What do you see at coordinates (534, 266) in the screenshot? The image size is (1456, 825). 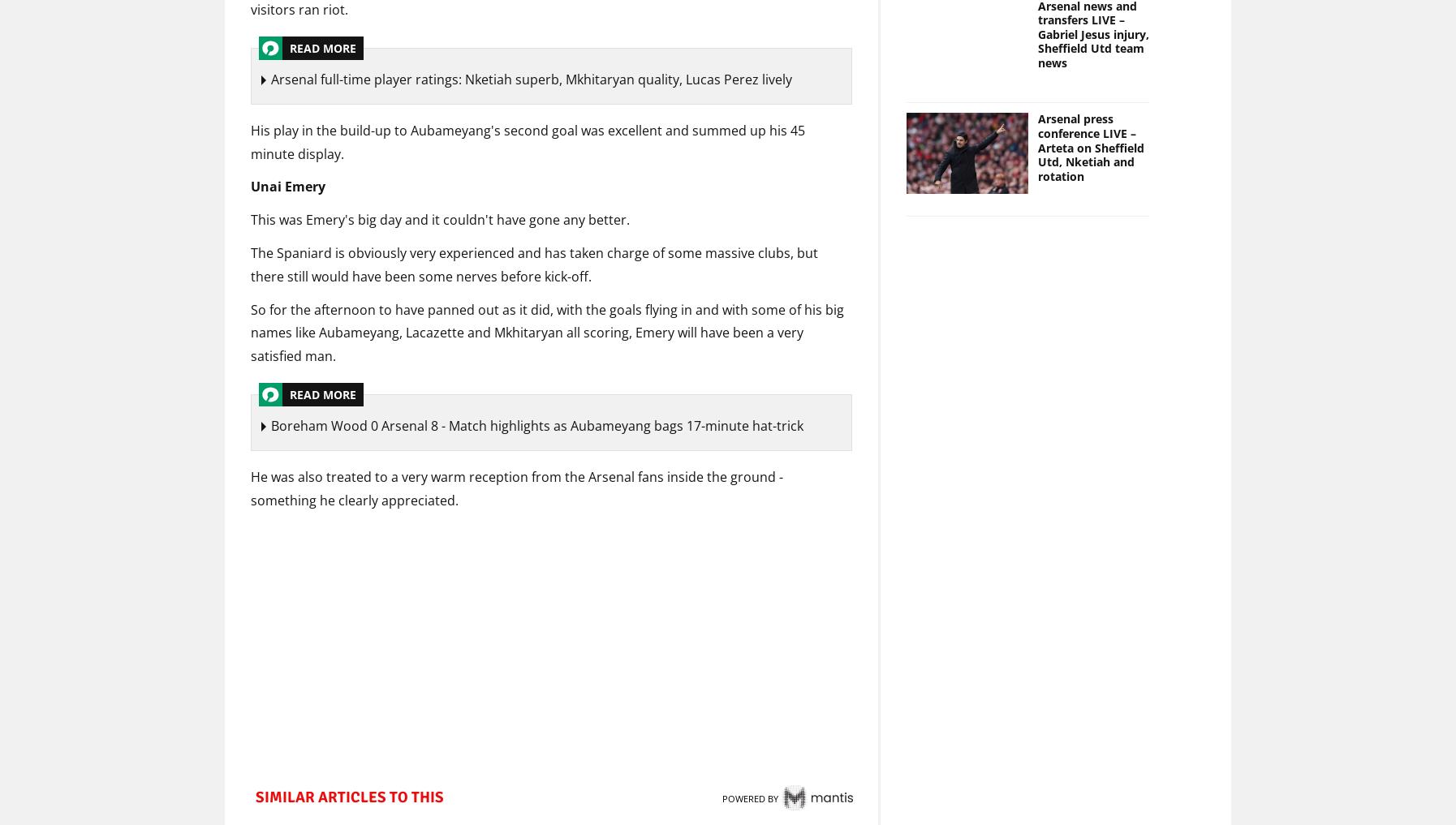 I see `'The Spaniard is obviously very experienced and has taken charge of some massive clubs, but there still would have been some nerves before kick-off.'` at bounding box center [534, 266].